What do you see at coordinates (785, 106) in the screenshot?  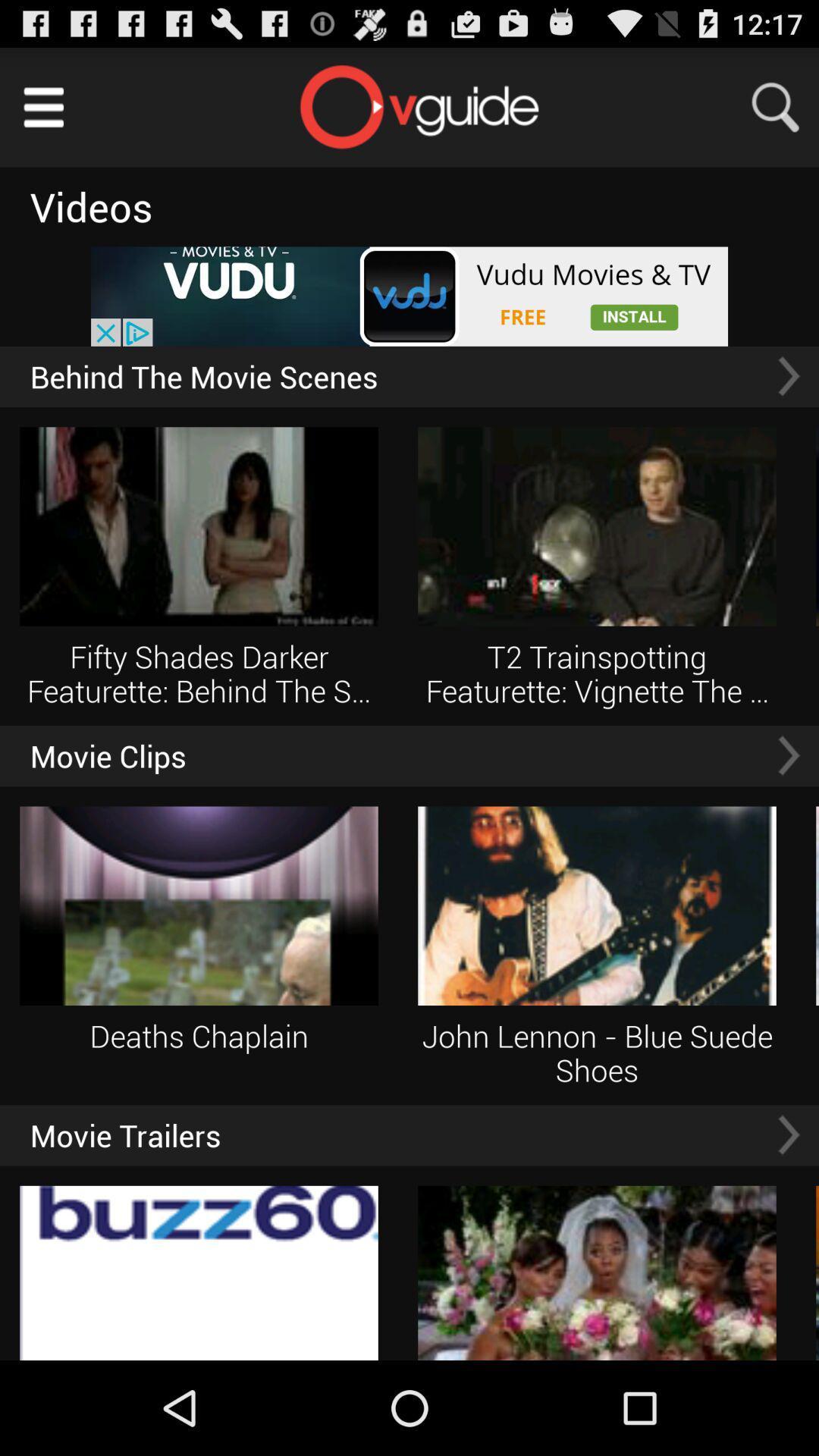 I see `search icon` at bounding box center [785, 106].